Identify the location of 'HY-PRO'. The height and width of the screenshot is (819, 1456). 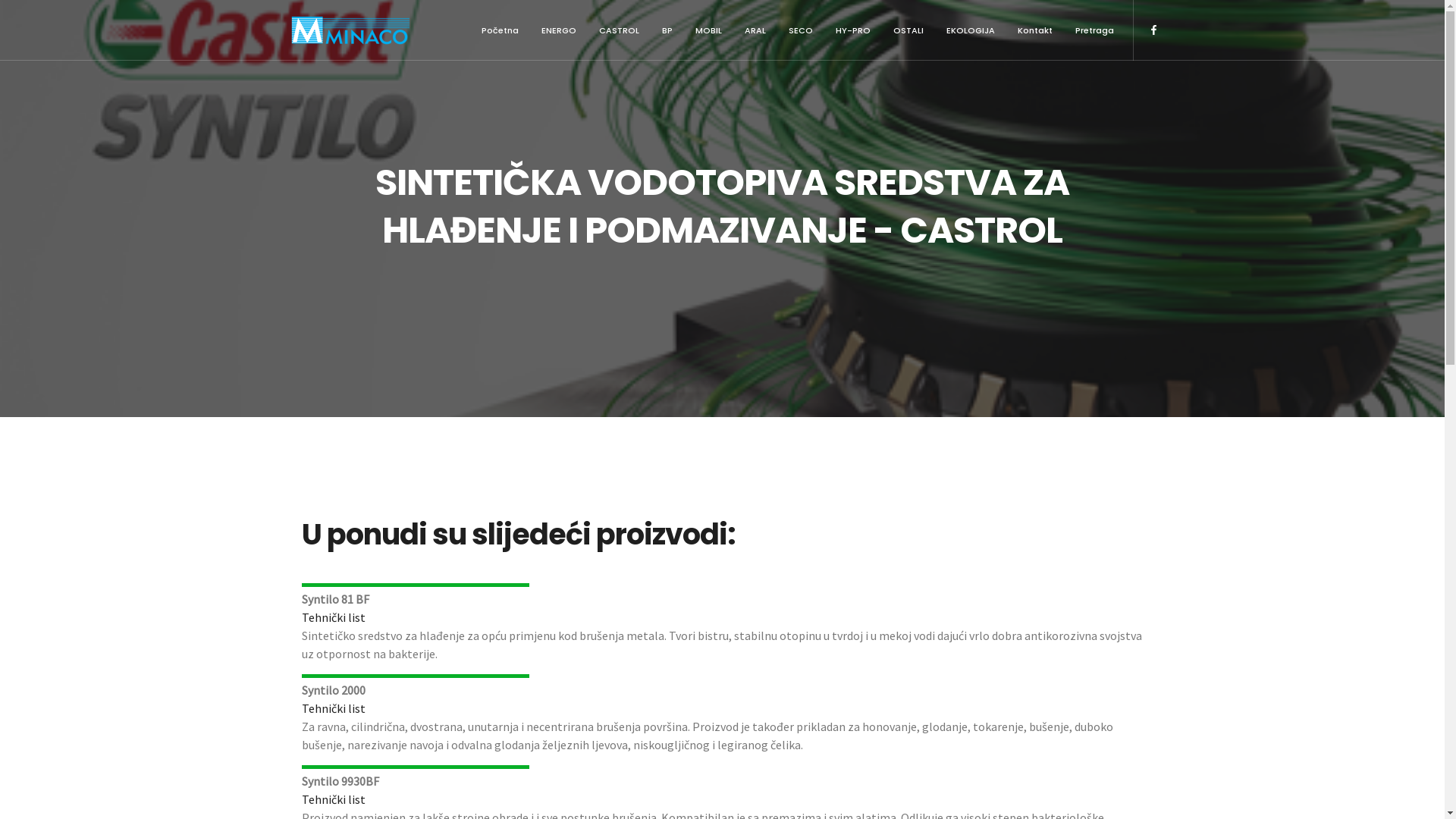
(852, 30).